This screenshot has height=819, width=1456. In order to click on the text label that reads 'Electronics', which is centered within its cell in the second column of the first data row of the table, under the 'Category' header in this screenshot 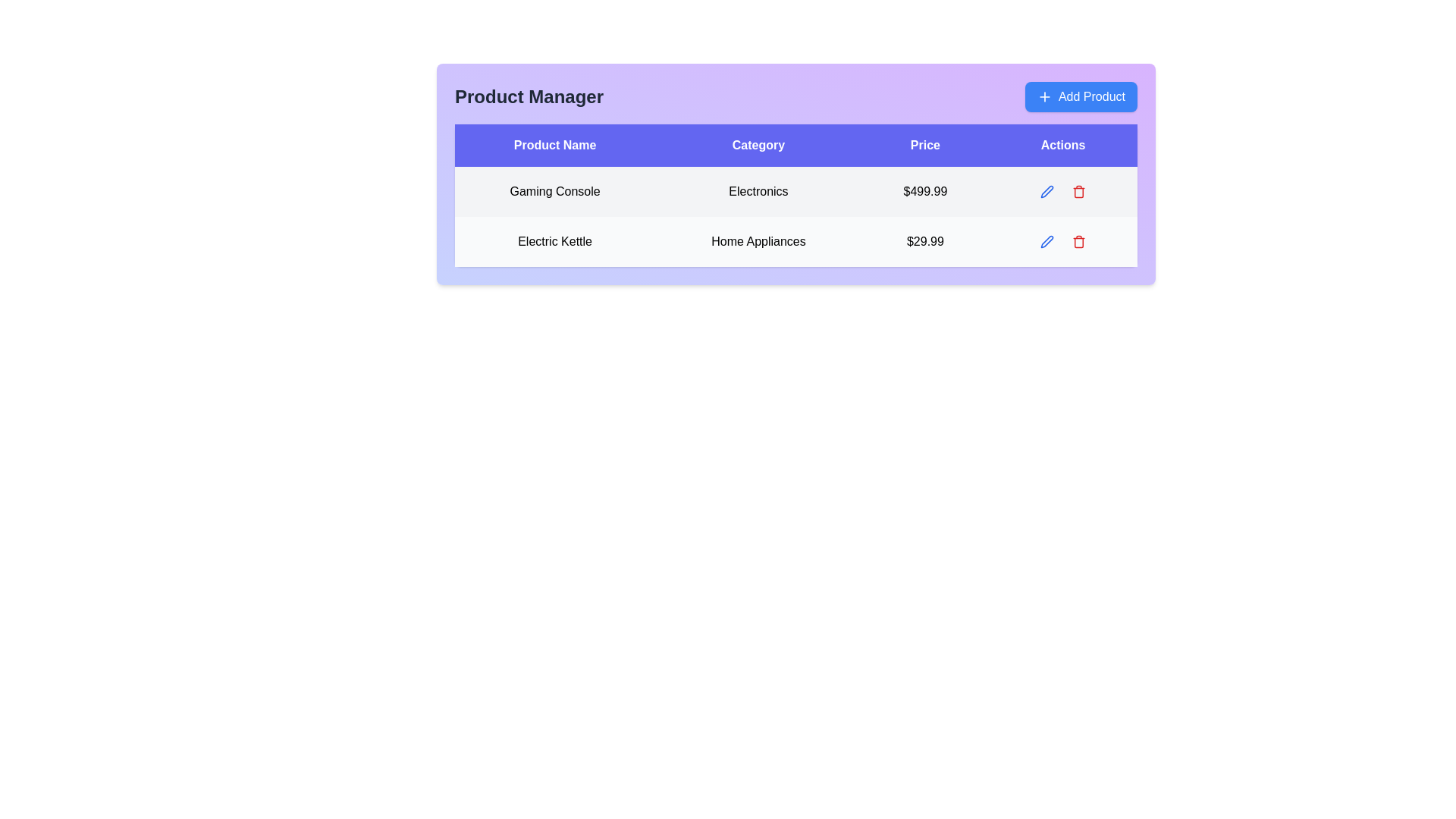, I will do `click(758, 191)`.